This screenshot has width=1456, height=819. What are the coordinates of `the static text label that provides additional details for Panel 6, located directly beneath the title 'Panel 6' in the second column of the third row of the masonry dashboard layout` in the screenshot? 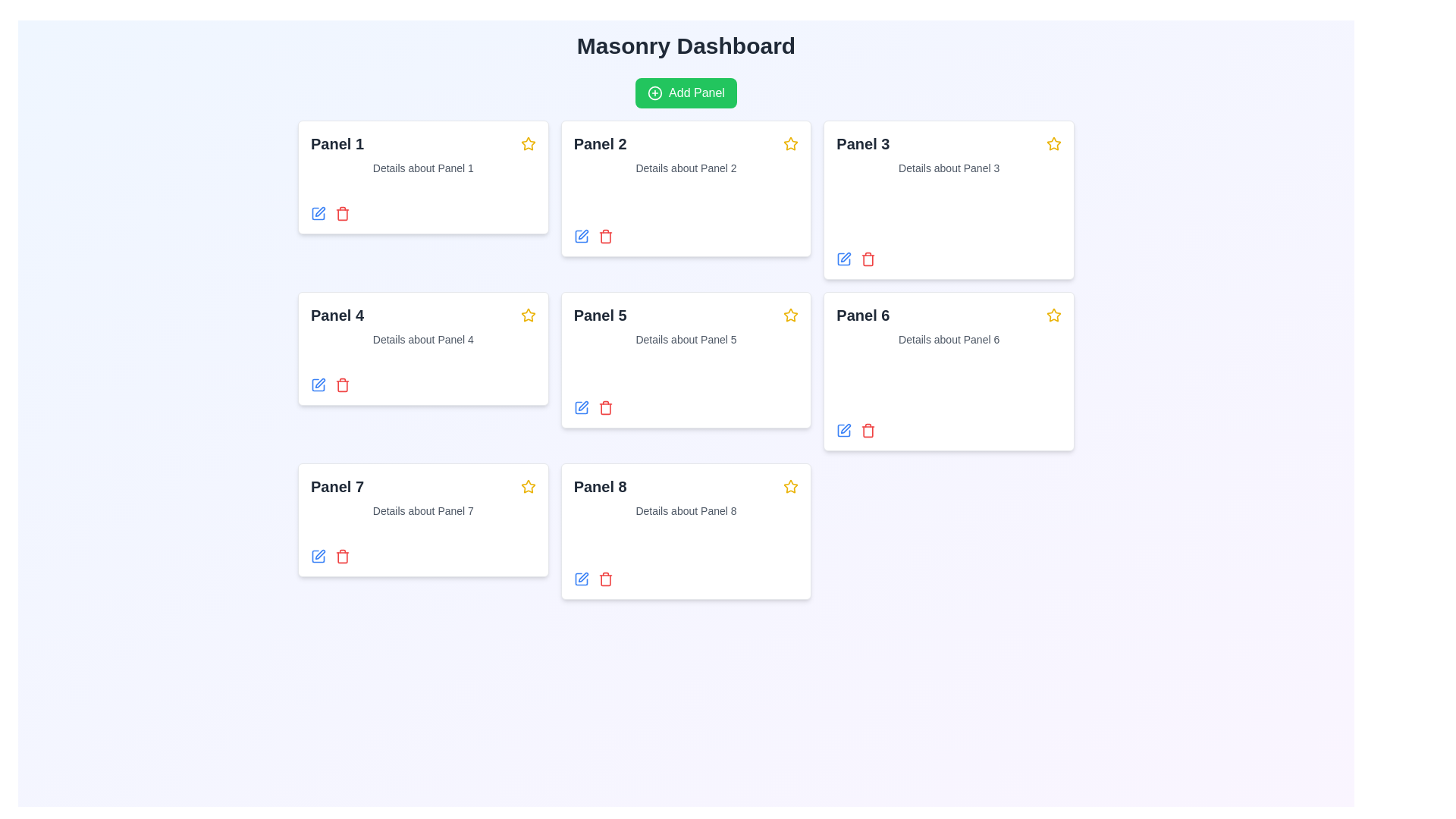 It's located at (948, 338).